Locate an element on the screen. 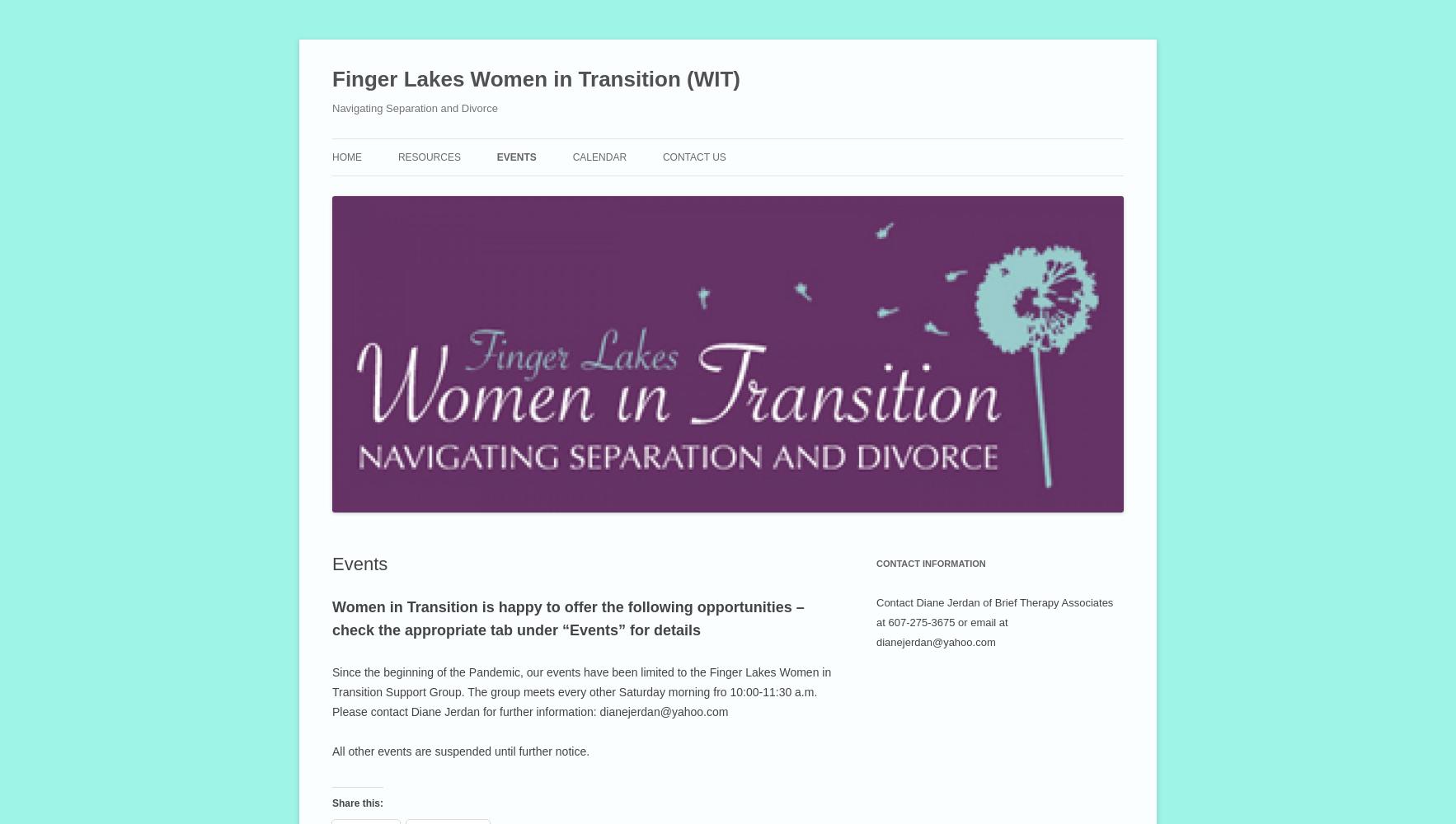  'Since the beginning of the Pandemic, our events have been limited to the Finger Lakes Women in Transition Support Group. The group meets every other Saturday morning fro 10:00-11:30 a.m. Please contact Diane Jerdan for further information:  dianejerdan@yahoo.com' is located at coordinates (581, 691).